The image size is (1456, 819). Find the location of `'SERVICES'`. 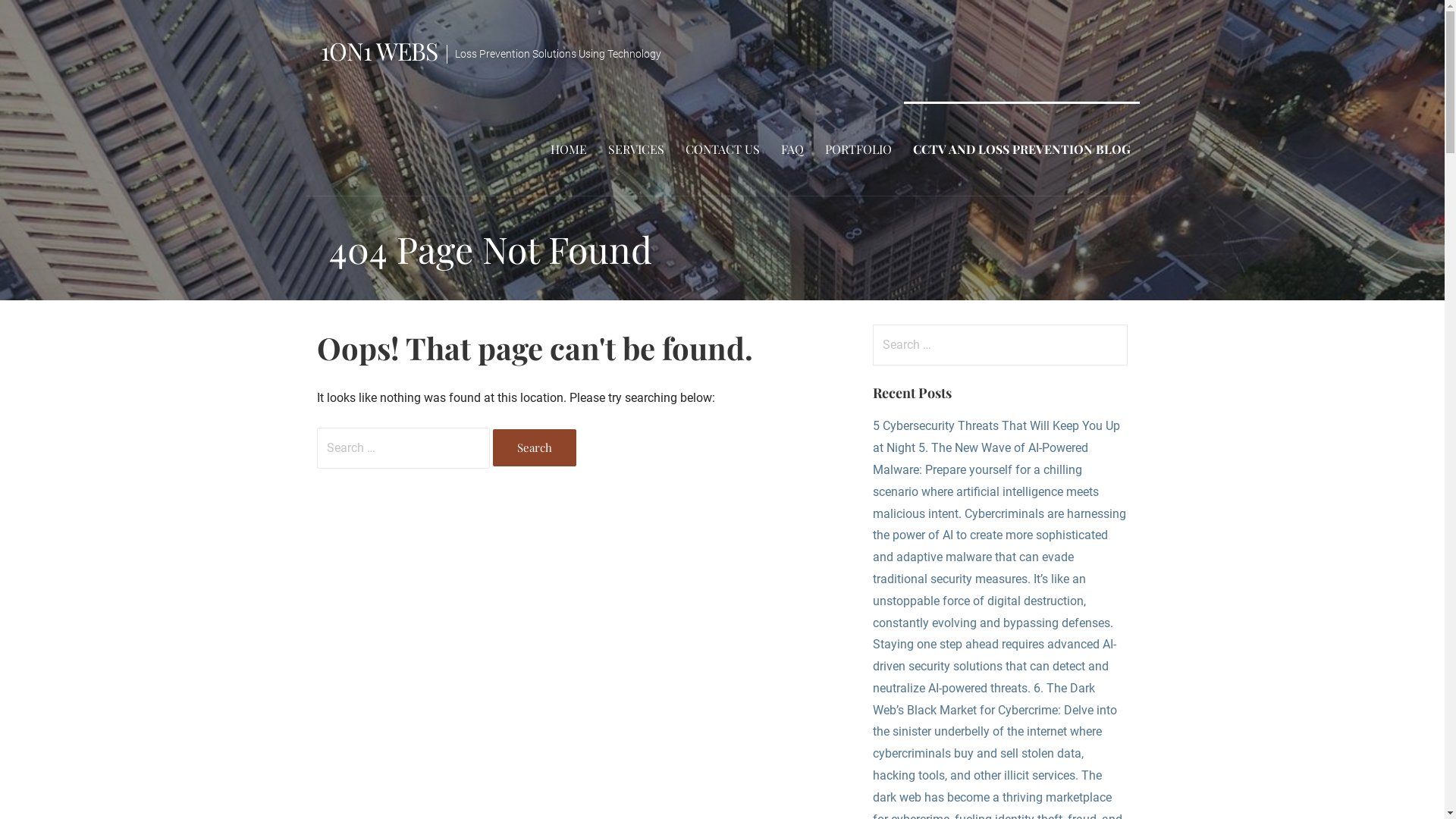

'SERVICES' is located at coordinates (636, 149).